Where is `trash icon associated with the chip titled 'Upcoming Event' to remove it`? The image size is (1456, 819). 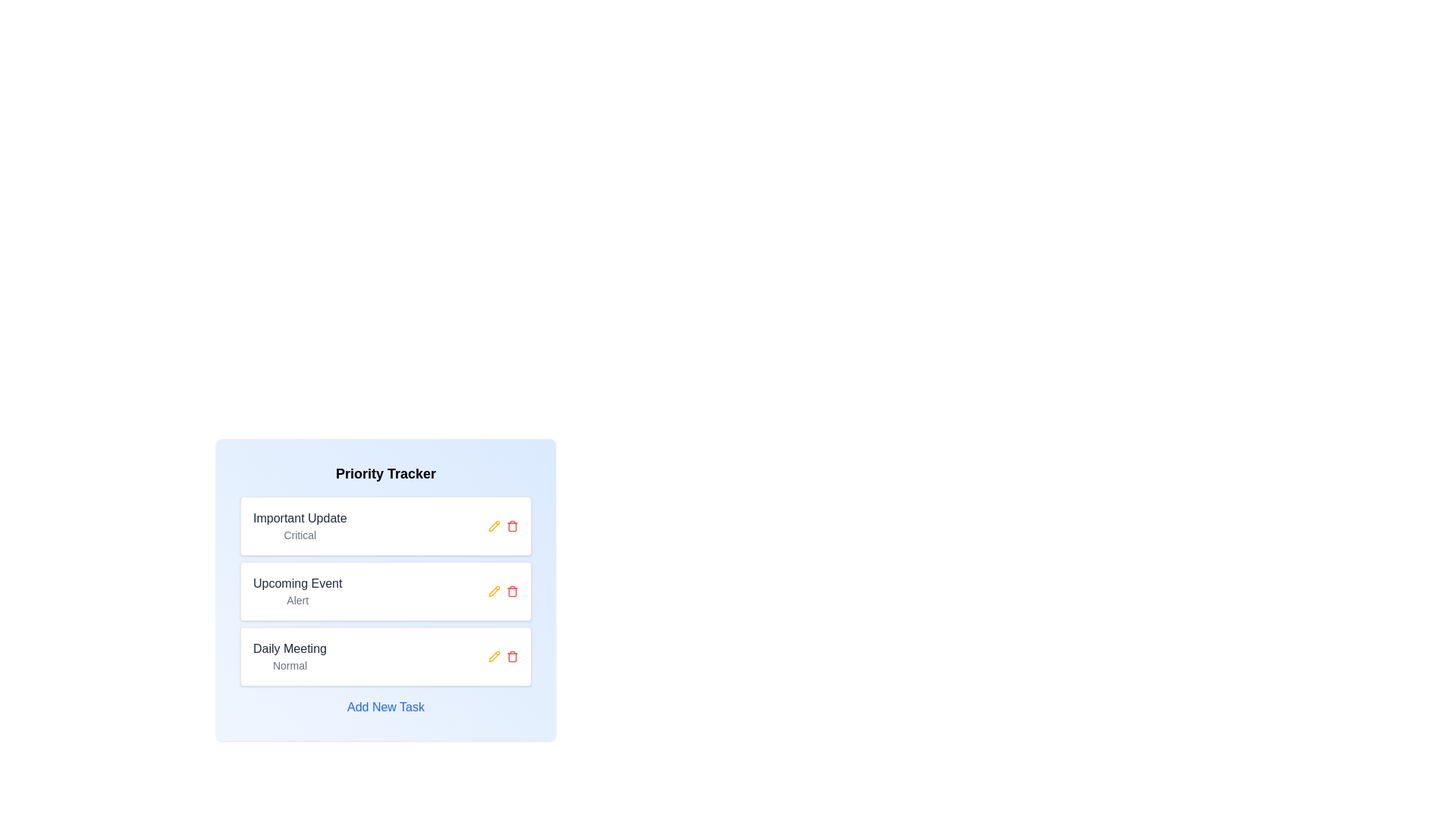 trash icon associated with the chip titled 'Upcoming Event' to remove it is located at coordinates (513, 590).